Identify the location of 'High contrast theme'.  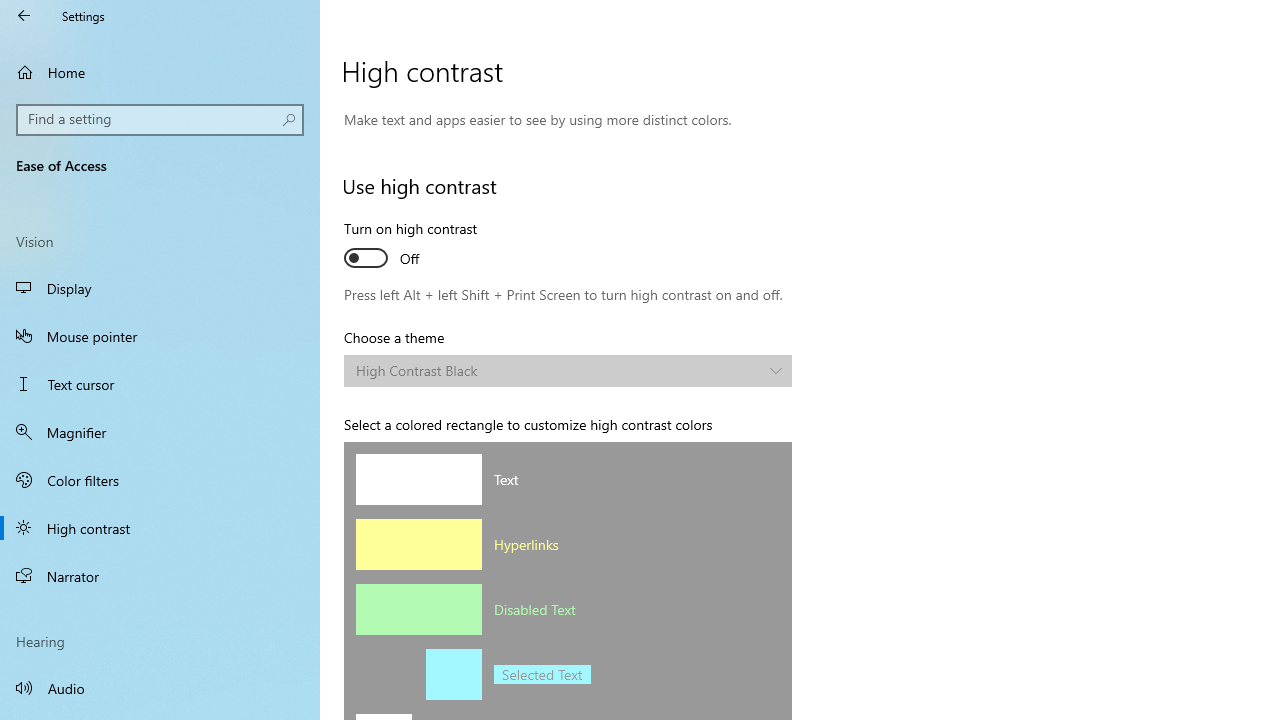
(567, 371).